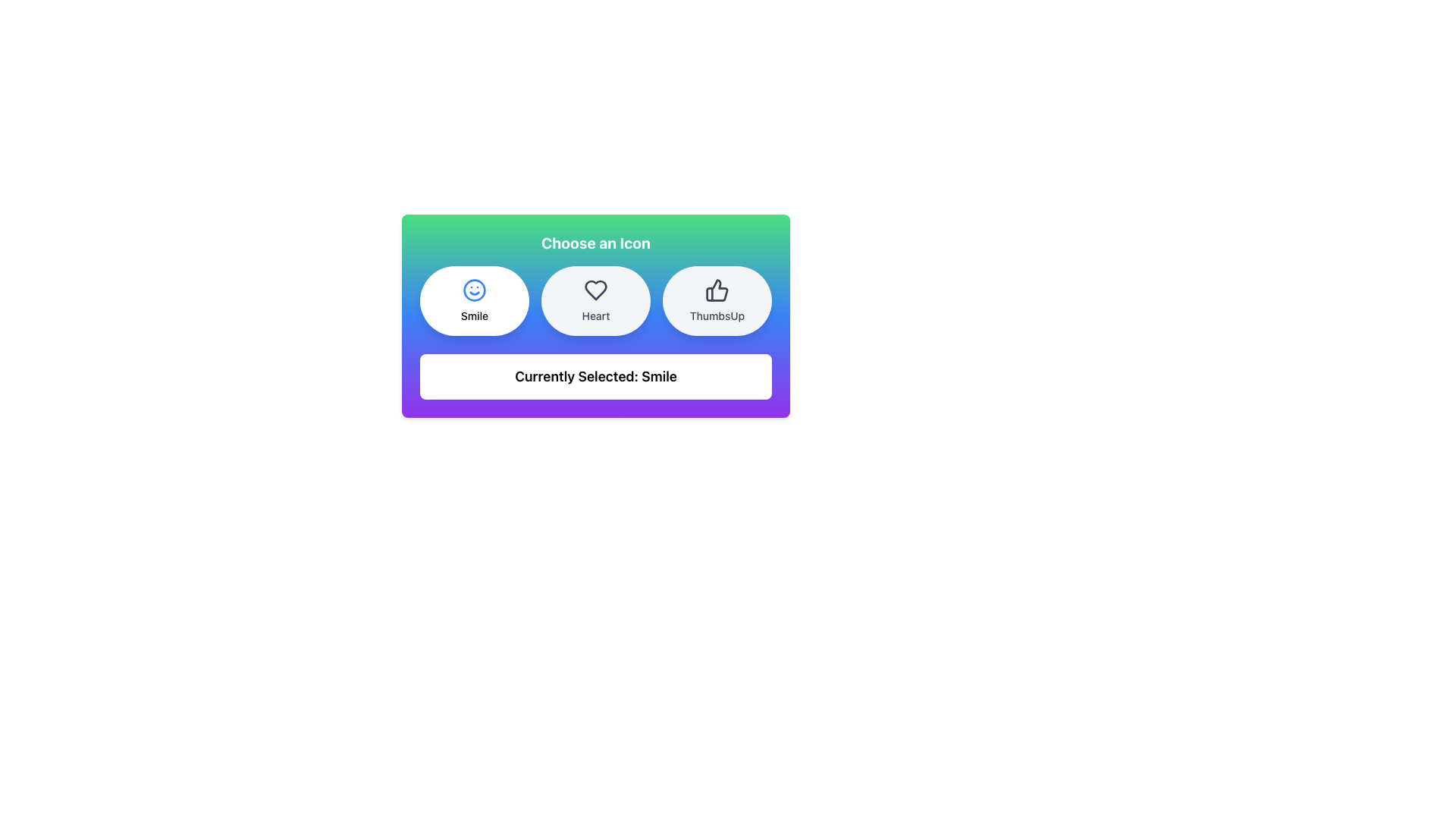 The width and height of the screenshot is (1456, 819). What do you see at coordinates (595, 301) in the screenshot?
I see `the middle button with a heart-shaped icon` at bounding box center [595, 301].